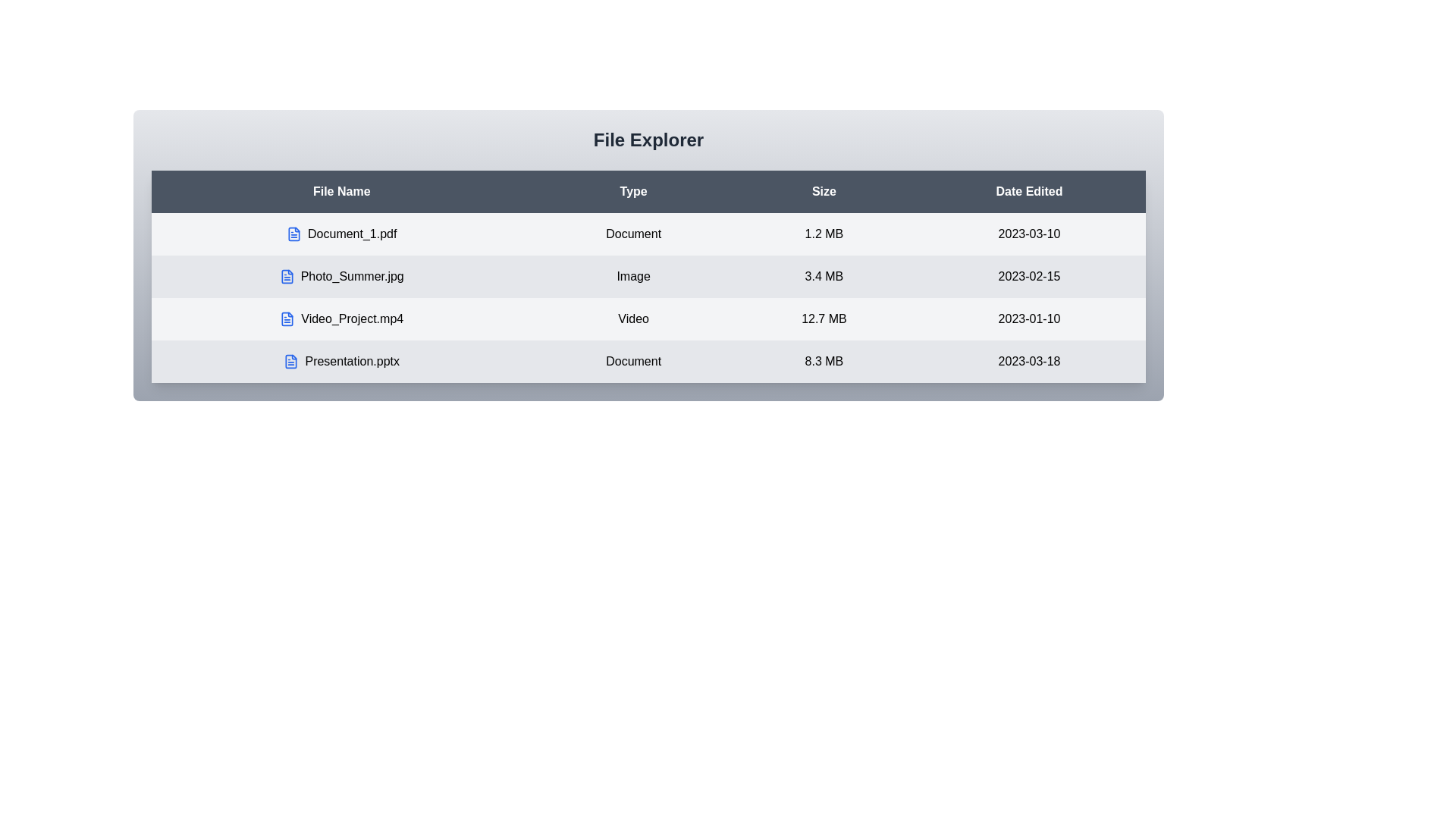  Describe the element at coordinates (340, 277) in the screenshot. I see `the file row corresponding to Photo_Summer.jpg to inspect its details` at that location.